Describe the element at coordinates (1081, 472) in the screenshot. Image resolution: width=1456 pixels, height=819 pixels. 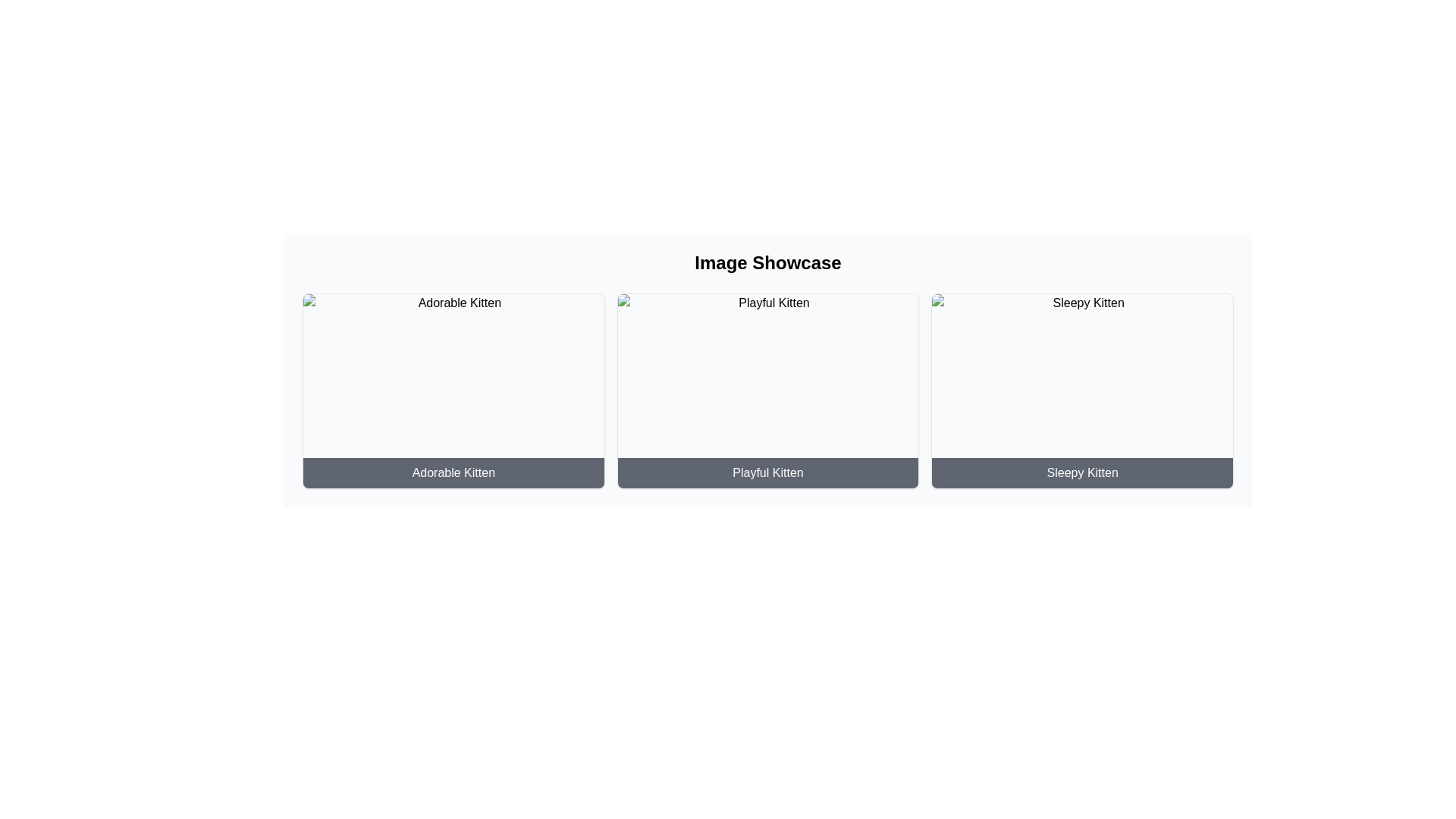
I see `the descriptive label at the bottom of the rounded rectangle card that is the third in a horizontal row, located in the right-most position, below an image of a kitten` at that location.